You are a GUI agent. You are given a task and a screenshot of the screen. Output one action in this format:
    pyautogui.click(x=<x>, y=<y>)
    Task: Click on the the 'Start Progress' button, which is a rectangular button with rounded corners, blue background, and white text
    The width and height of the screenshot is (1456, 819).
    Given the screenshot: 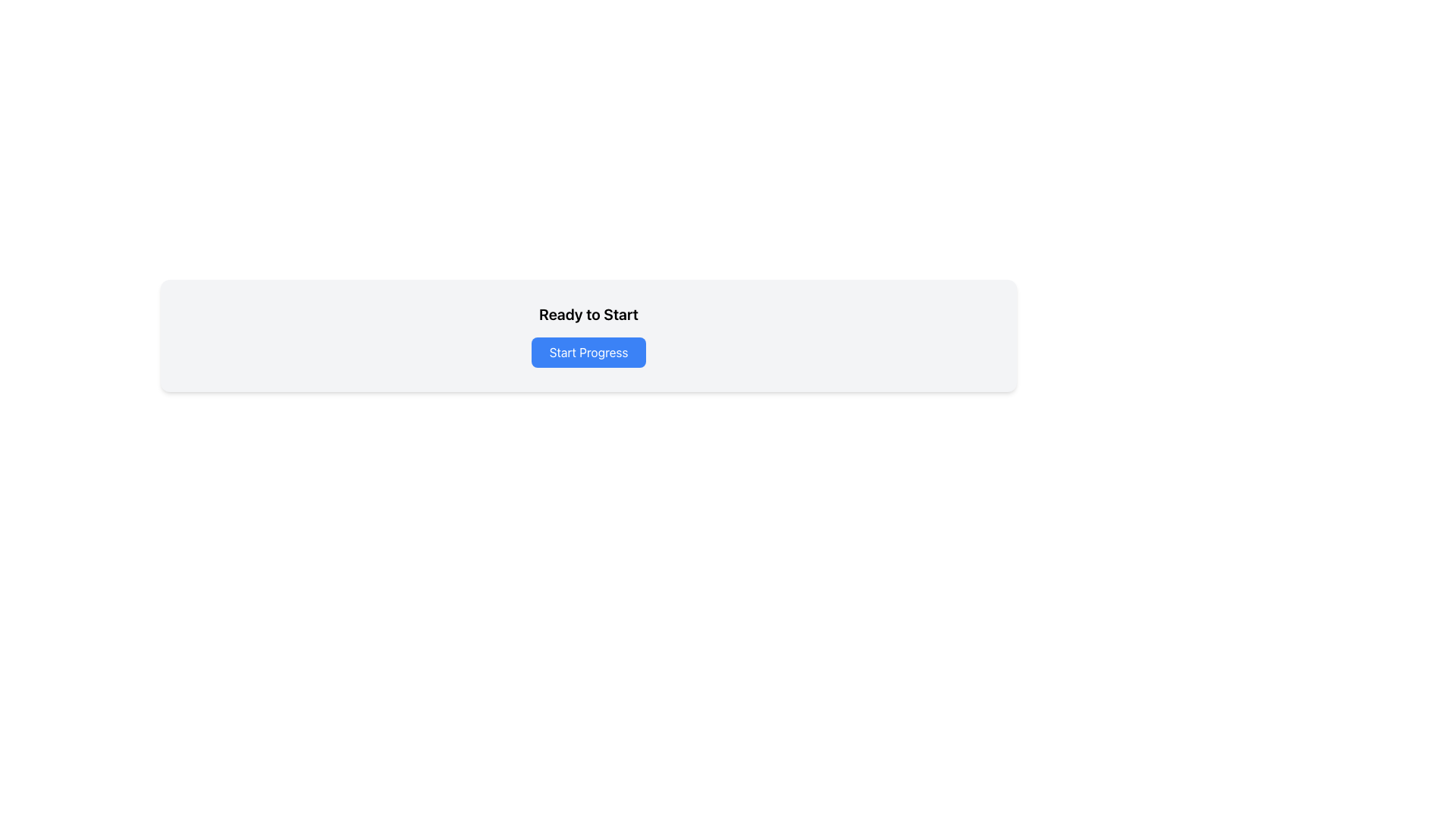 What is the action you would take?
    pyautogui.click(x=588, y=353)
    